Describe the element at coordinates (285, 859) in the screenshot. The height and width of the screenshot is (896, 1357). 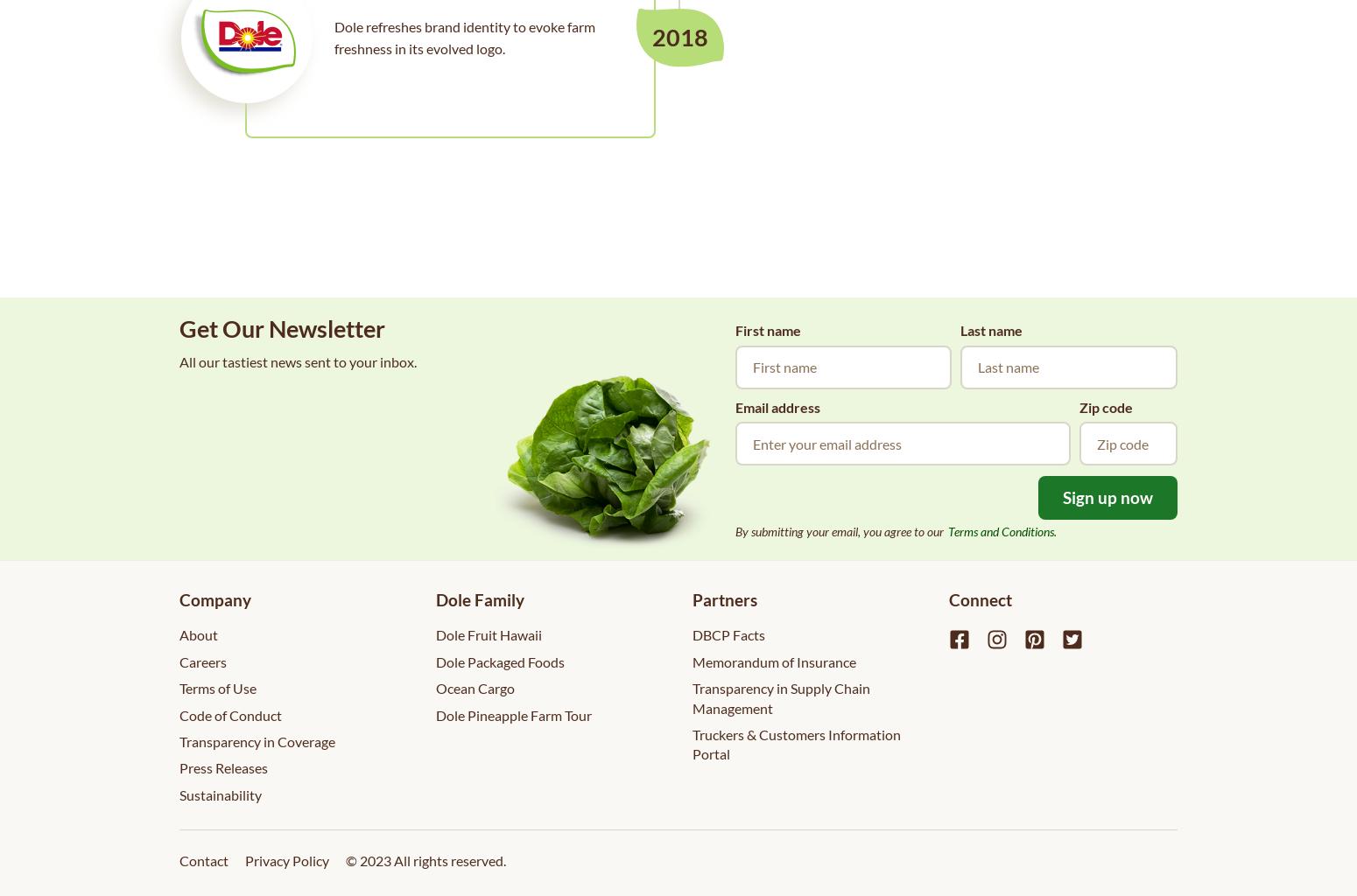
I see `'Privacy Policy'` at that location.